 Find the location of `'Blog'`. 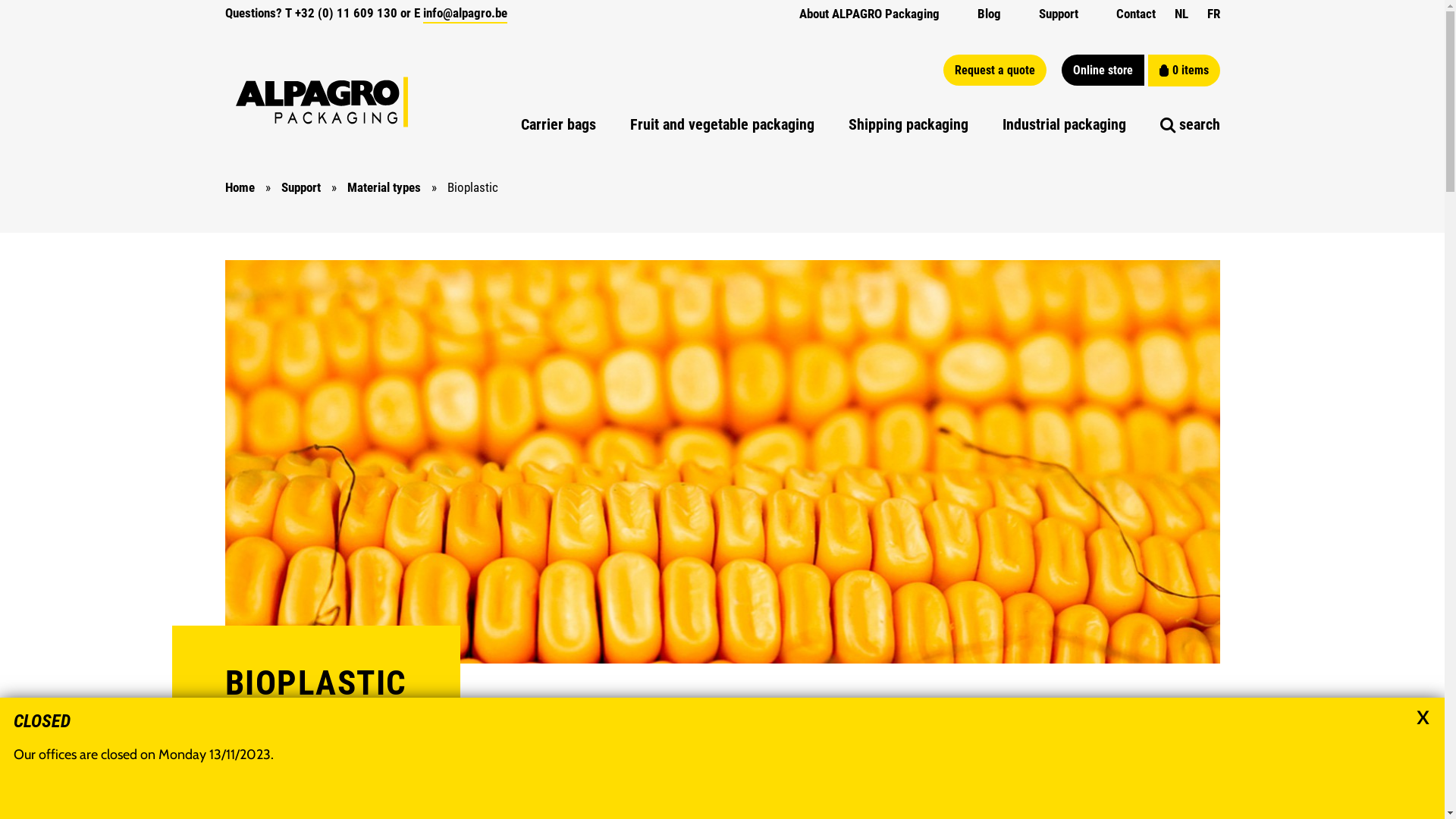

'Blog' is located at coordinates (976, 14).